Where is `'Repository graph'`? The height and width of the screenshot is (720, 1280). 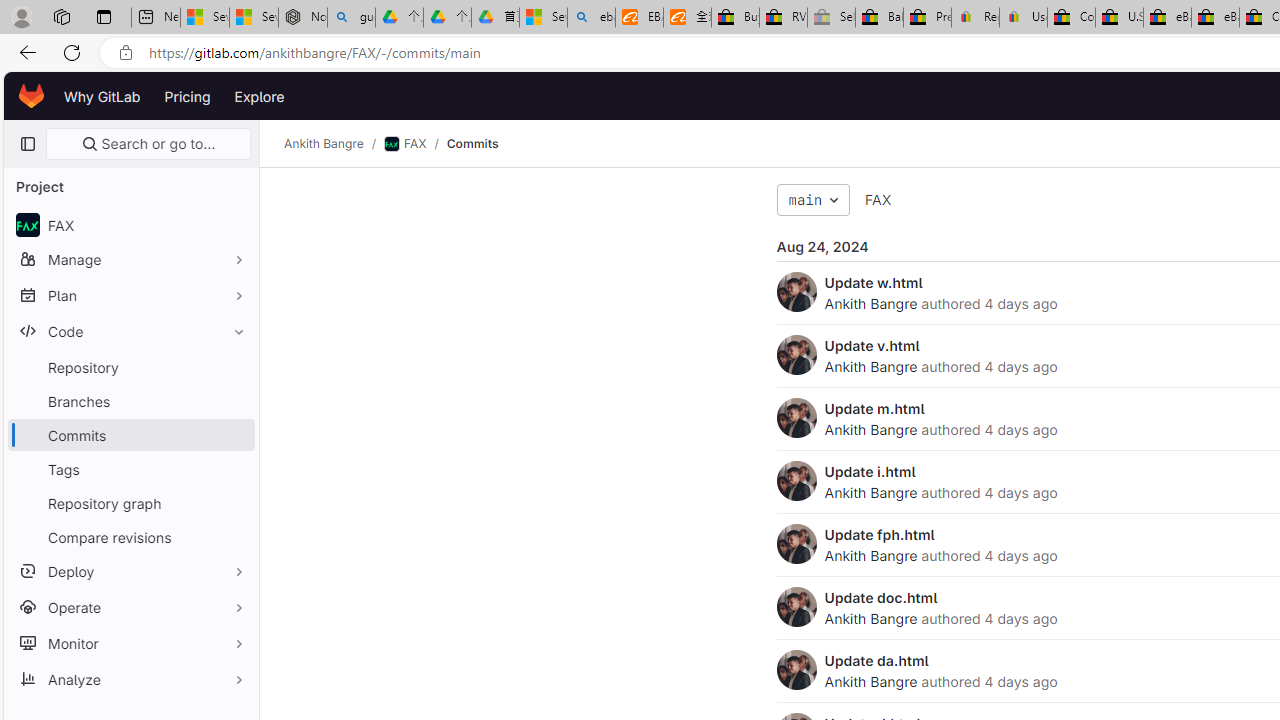 'Repository graph' is located at coordinates (130, 501).